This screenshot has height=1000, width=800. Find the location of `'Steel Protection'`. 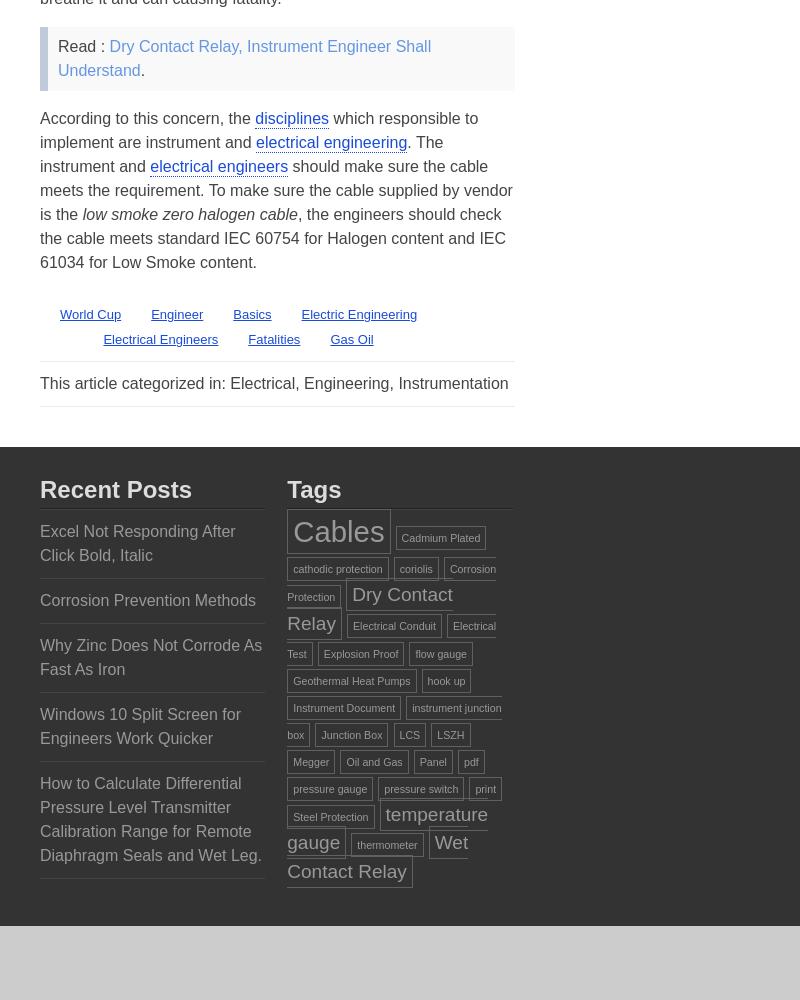

'Steel Protection' is located at coordinates (329, 815).